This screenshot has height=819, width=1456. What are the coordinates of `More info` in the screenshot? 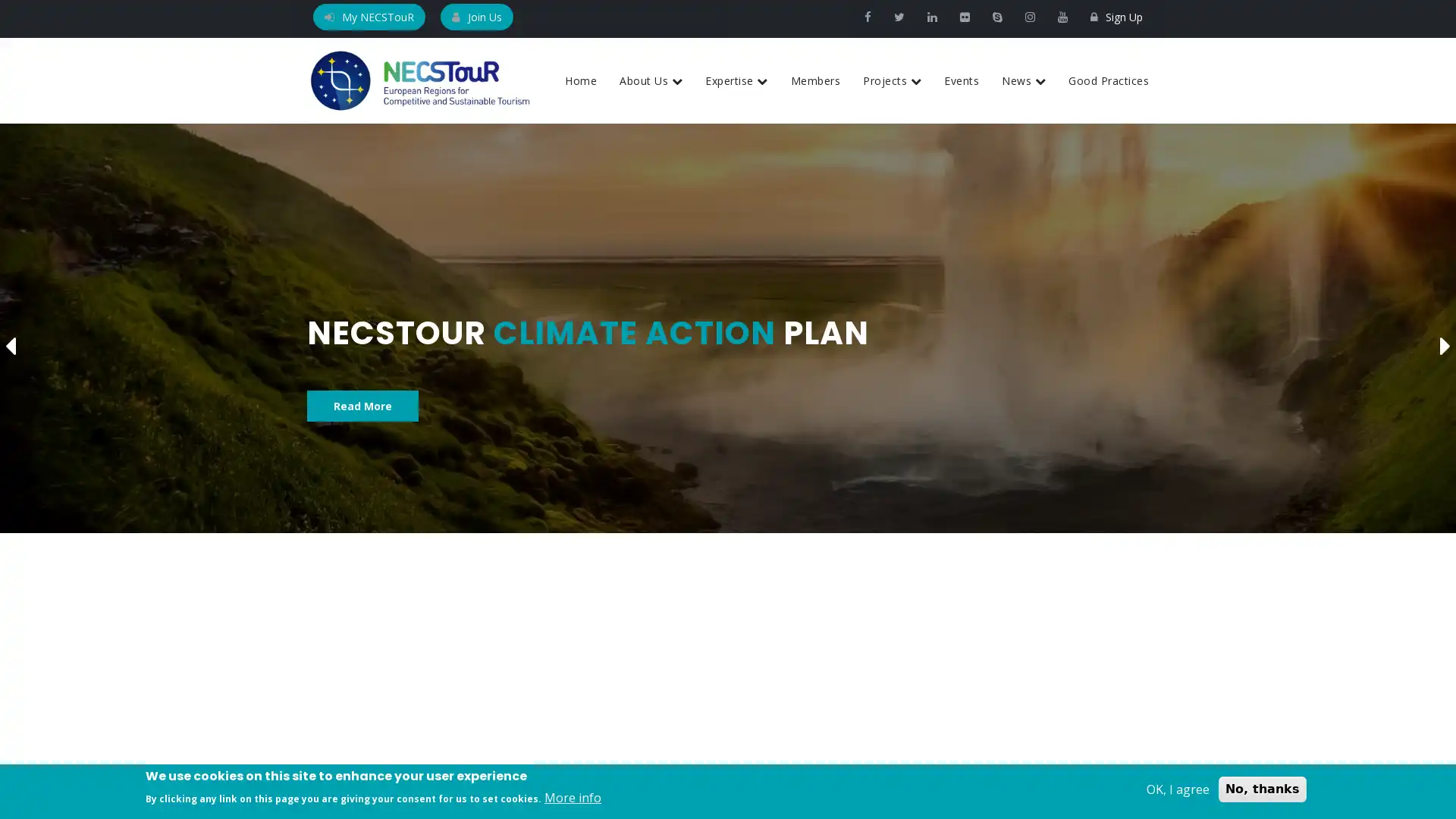 It's located at (572, 797).